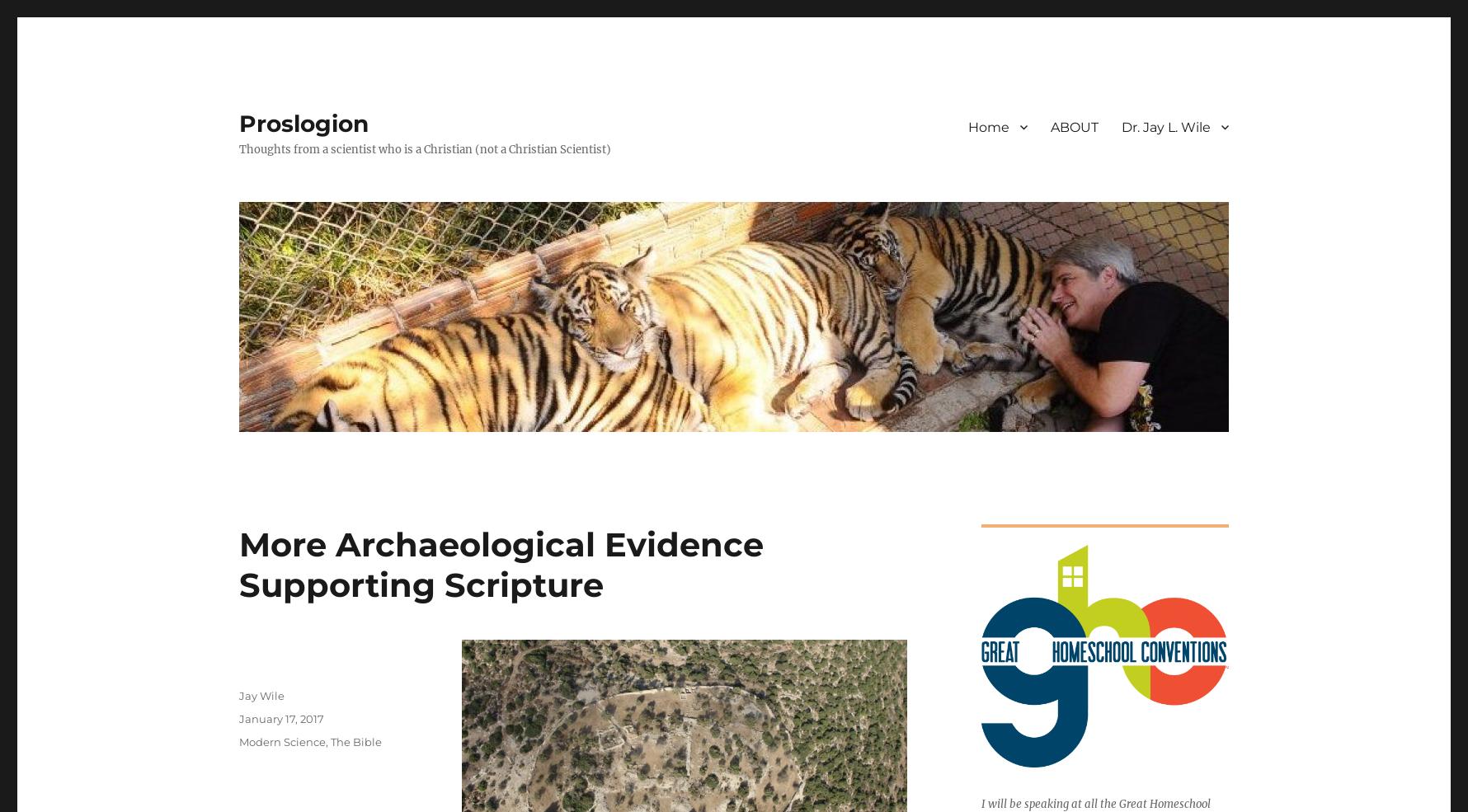 Image resolution: width=1468 pixels, height=812 pixels. I want to click on ',', so click(327, 741).